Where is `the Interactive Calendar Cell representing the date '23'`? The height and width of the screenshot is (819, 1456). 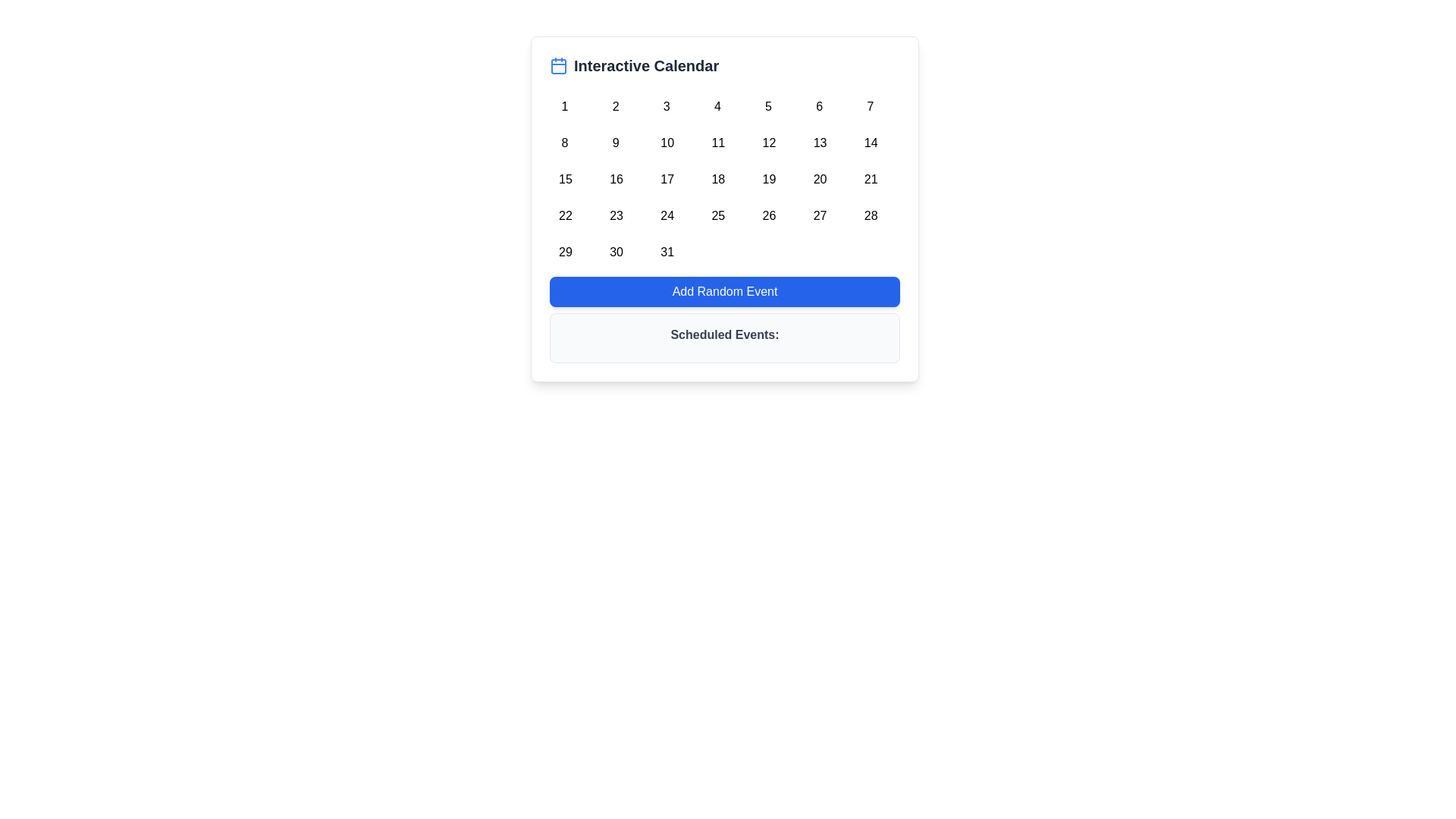 the Interactive Calendar Cell representing the date '23' is located at coordinates (615, 213).